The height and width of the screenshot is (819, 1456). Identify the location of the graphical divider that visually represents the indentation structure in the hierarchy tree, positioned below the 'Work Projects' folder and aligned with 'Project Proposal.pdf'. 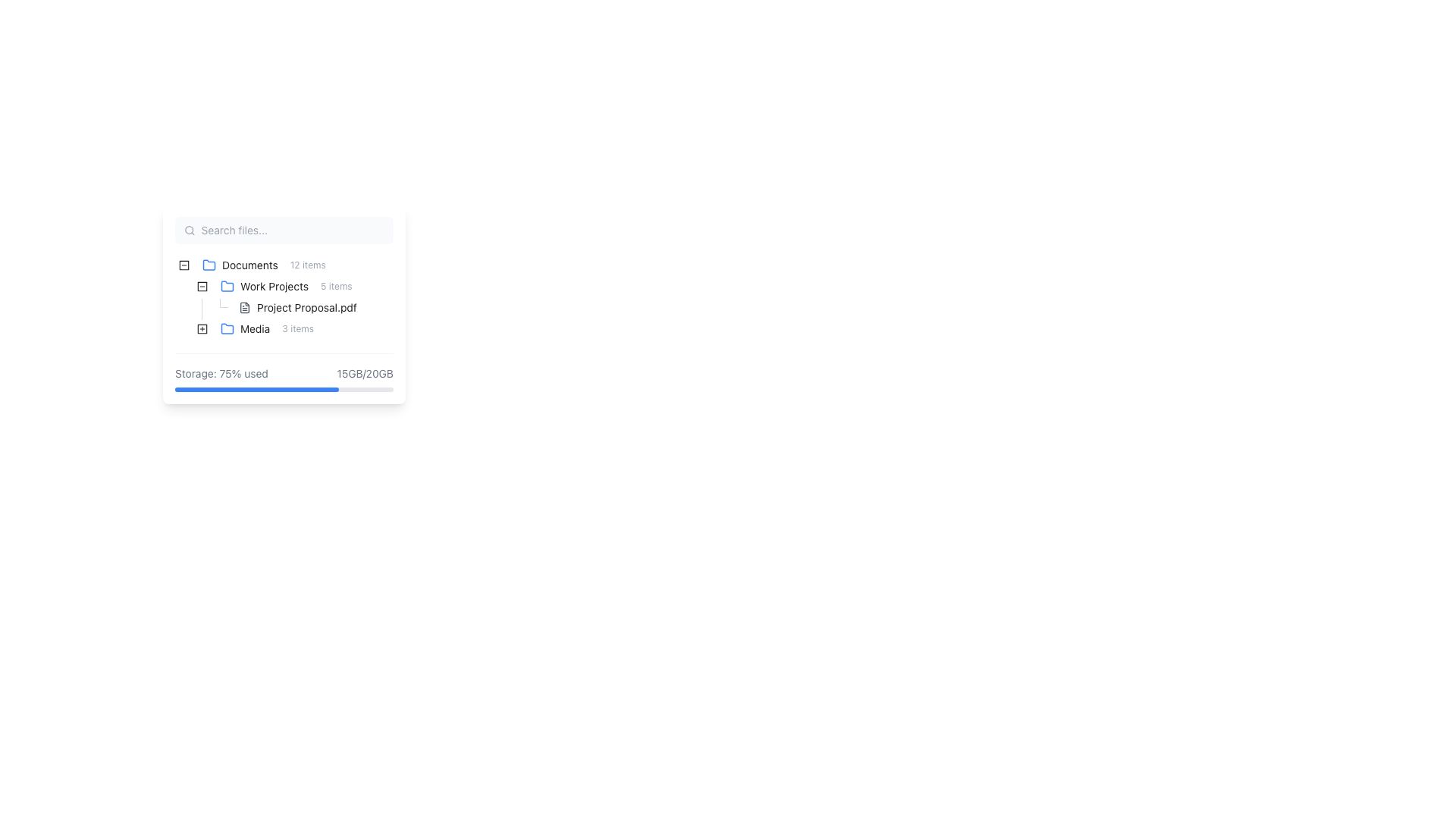
(202, 307).